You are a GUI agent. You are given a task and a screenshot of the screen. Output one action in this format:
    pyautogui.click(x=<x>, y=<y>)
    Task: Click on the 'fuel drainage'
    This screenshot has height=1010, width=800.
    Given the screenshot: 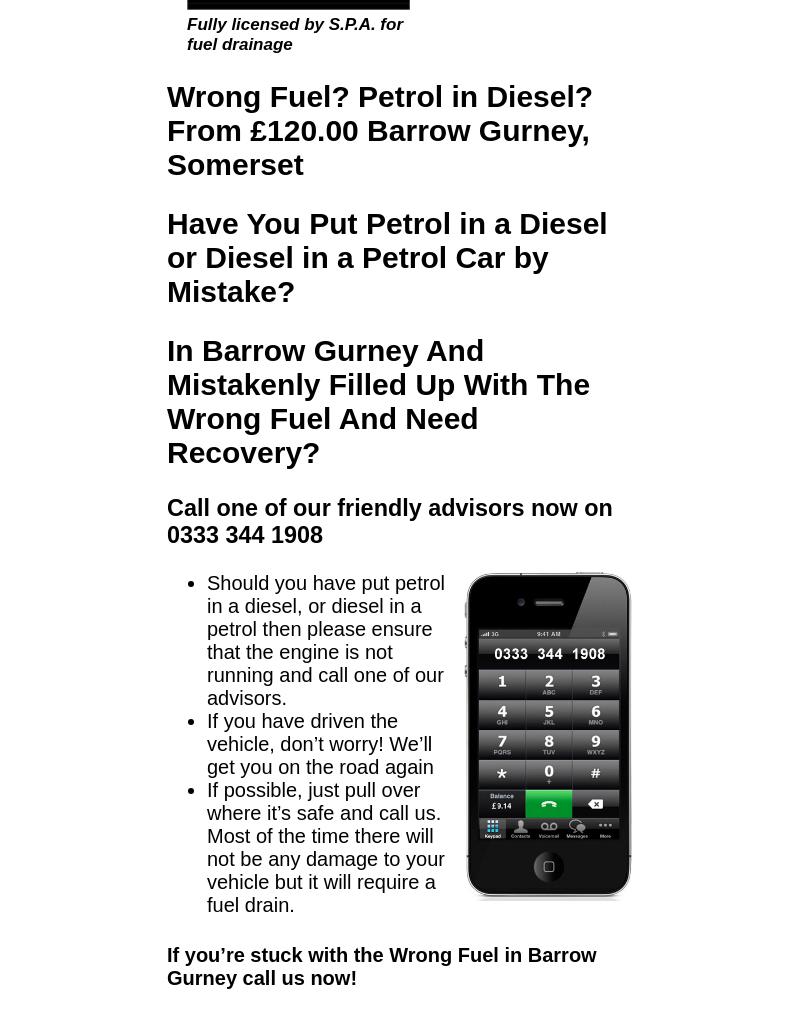 What is the action you would take?
    pyautogui.click(x=238, y=43)
    